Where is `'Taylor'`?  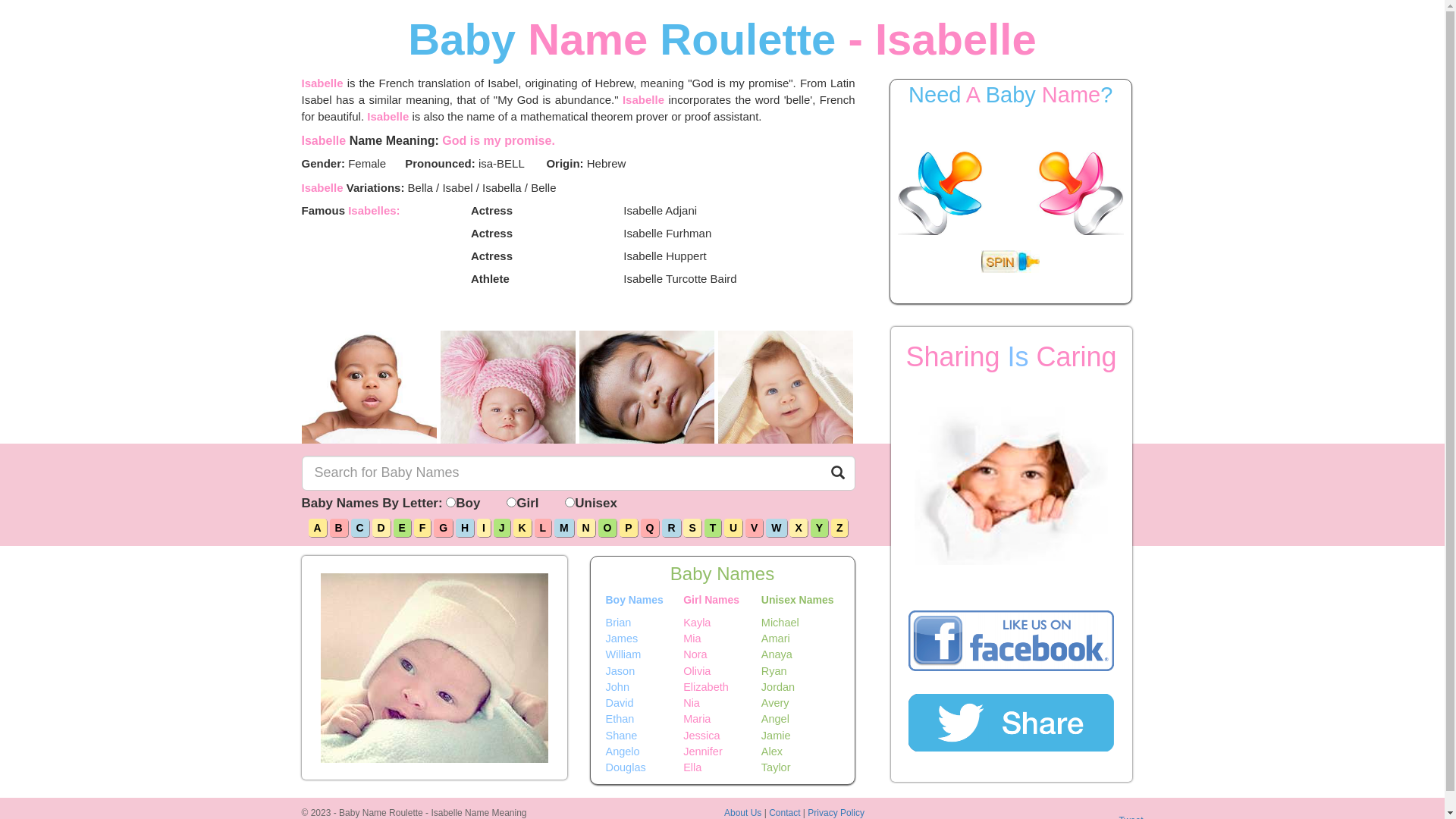 'Taylor' is located at coordinates (799, 767).